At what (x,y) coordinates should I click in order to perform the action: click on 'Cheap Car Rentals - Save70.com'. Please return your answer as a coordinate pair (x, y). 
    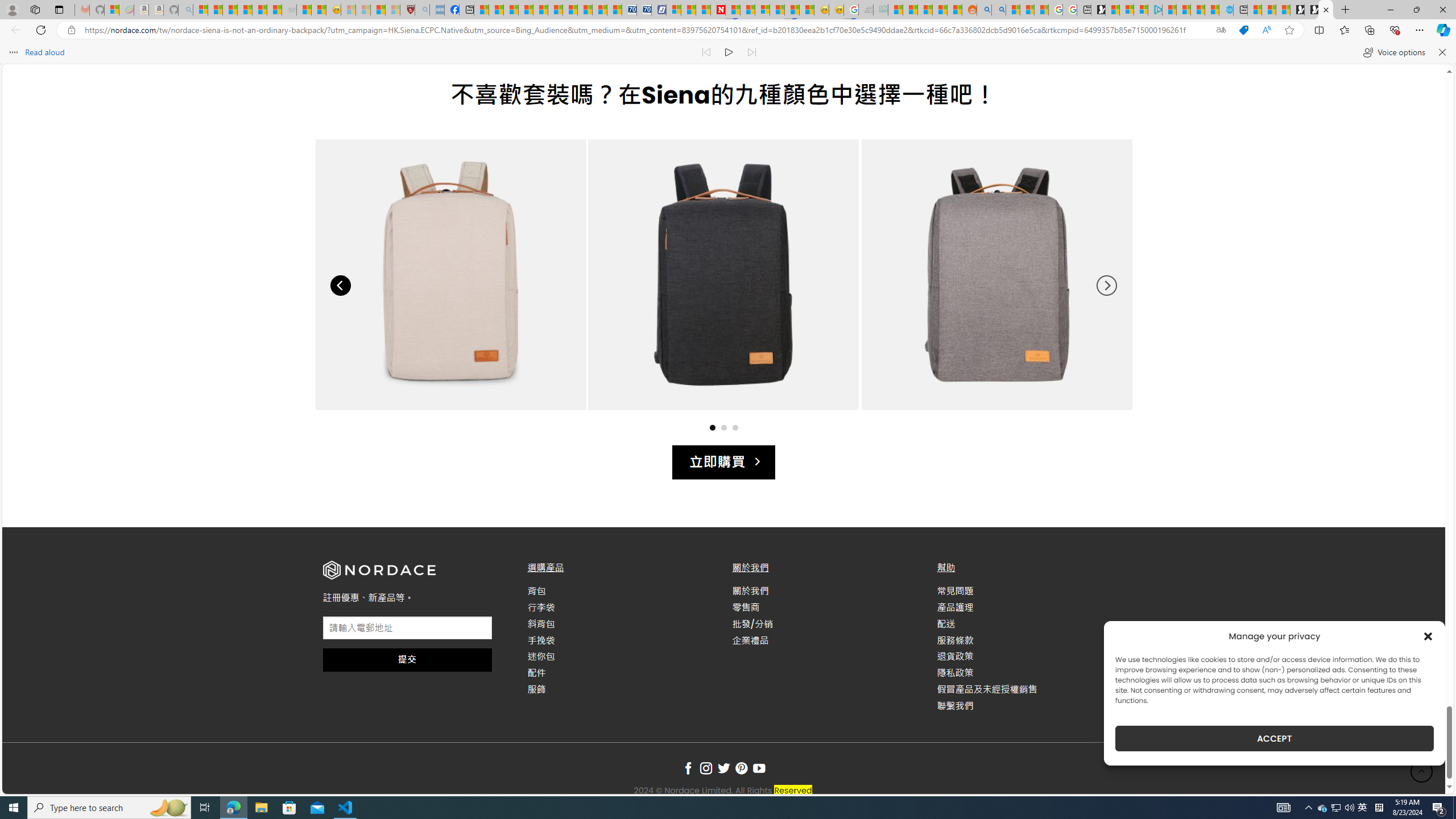
    Looking at the image, I should click on (629, 9).